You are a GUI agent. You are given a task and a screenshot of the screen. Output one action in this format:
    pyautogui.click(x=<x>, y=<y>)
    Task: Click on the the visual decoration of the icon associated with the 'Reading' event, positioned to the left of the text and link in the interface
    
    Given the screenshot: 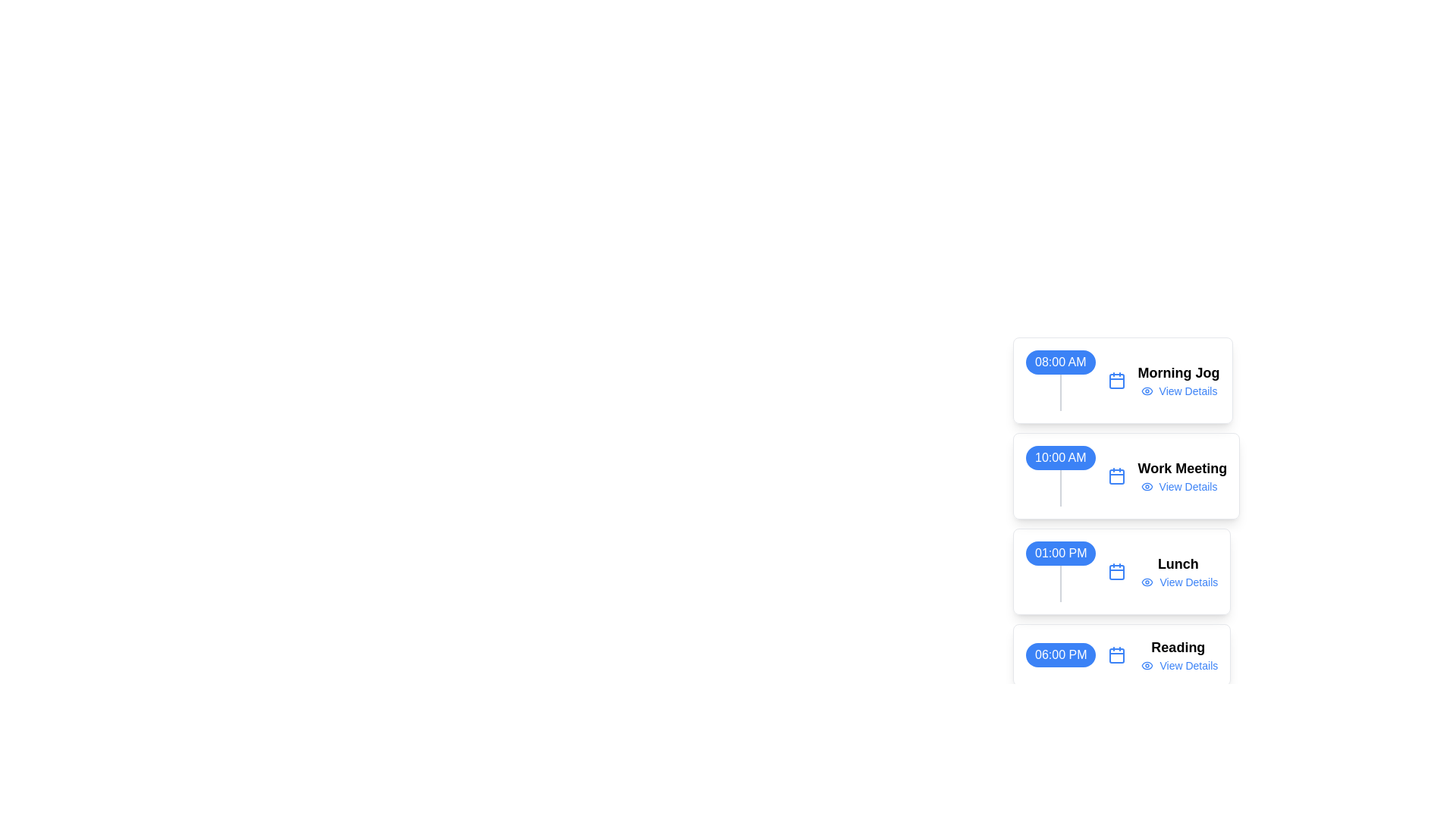 What is the action you would take?
    pyautogui.click(x=1117, y=654)
    